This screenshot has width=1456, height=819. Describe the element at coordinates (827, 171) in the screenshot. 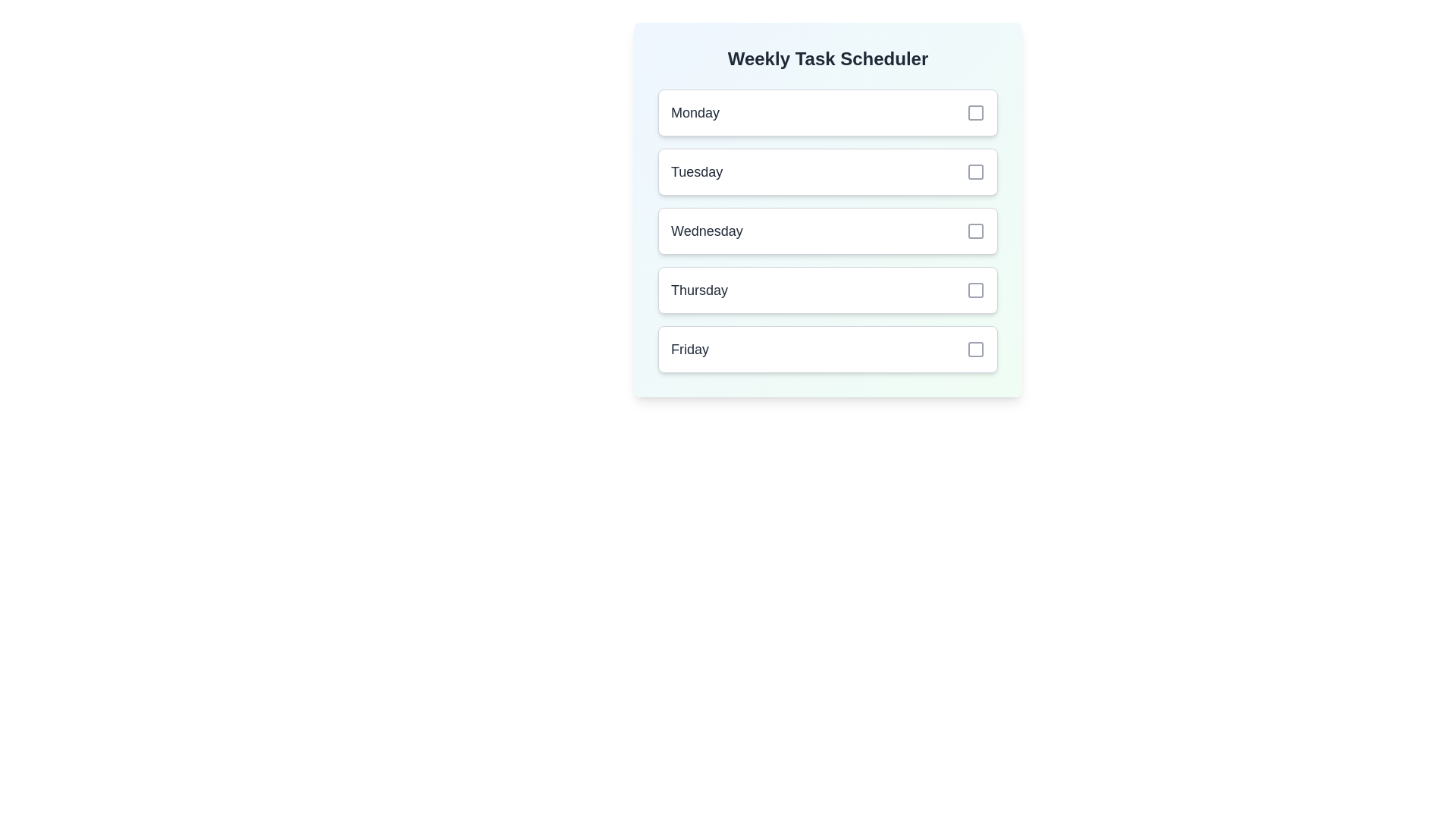

I see `the day Tuesday to view its details` at that location.